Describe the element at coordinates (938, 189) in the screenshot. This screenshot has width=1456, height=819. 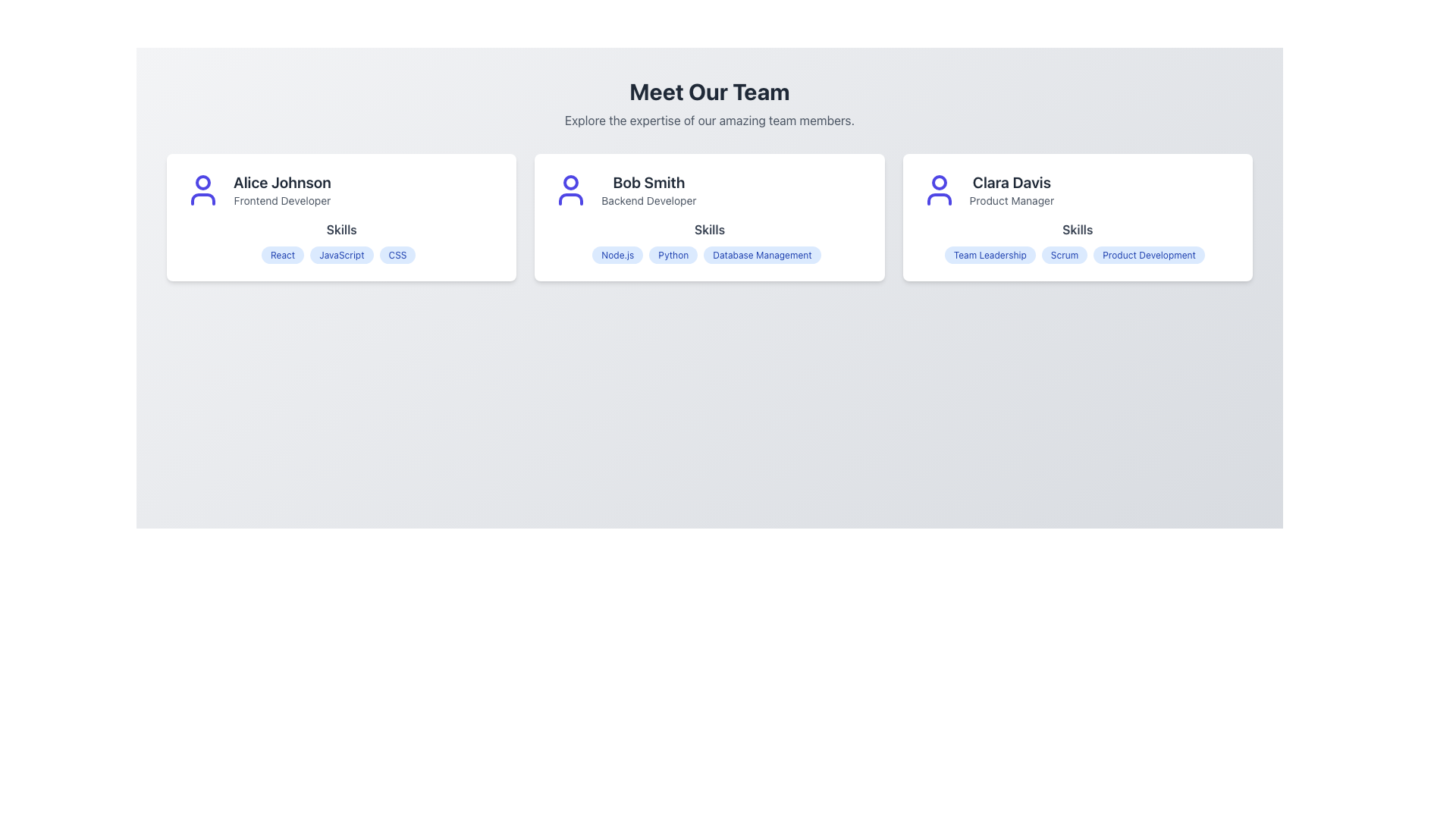
I see `the user icon with a rounded head and curved shoulder outline, rendered in indigo color, located at the top-left corner of the rightmost card in a row of three cards` at that location.